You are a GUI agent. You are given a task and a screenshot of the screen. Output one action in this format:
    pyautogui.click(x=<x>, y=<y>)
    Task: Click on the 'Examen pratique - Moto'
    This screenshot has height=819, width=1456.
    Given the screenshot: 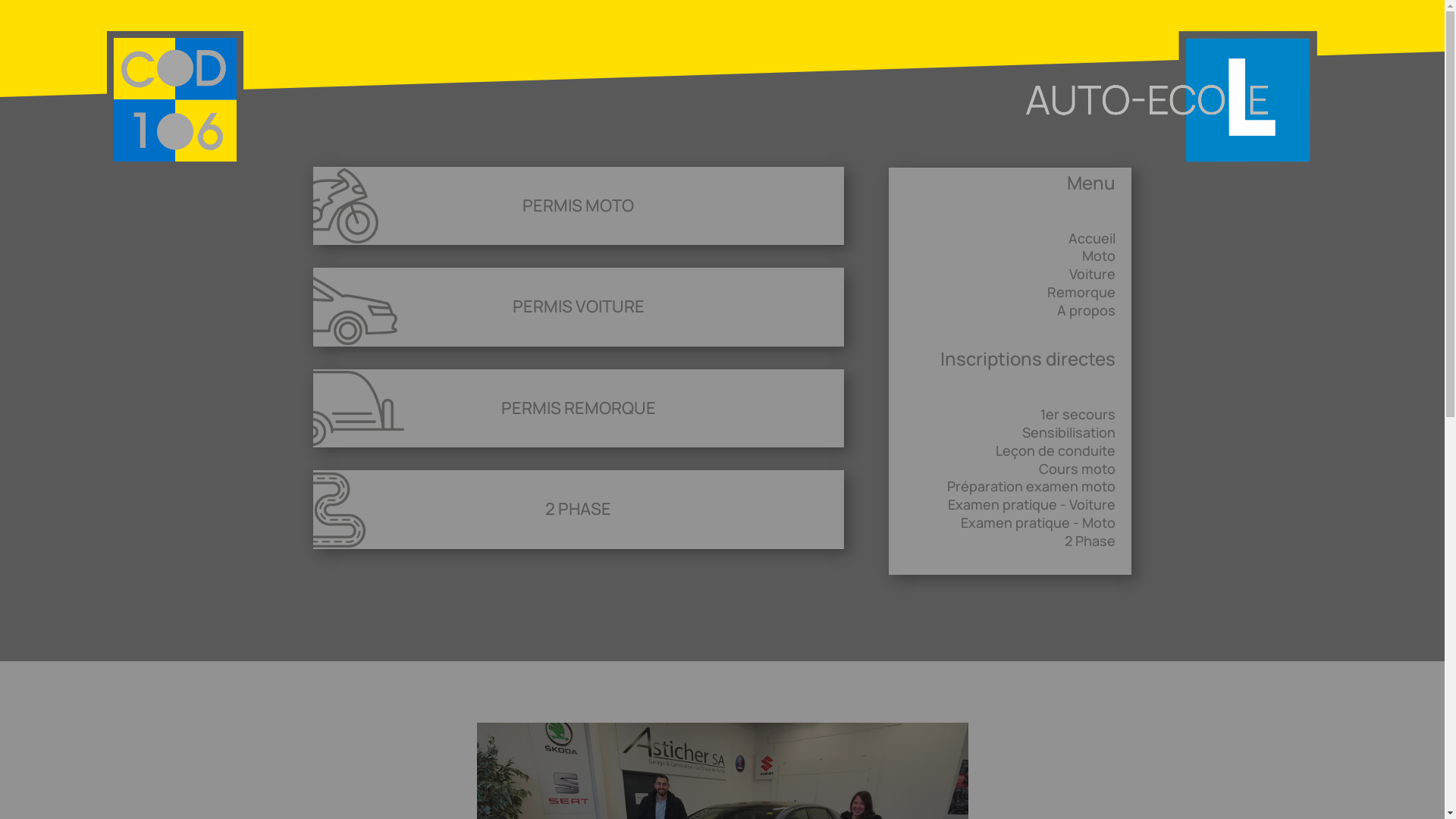 What is the action you would take?
    pyautogui.click(x=1037, y=522)
    